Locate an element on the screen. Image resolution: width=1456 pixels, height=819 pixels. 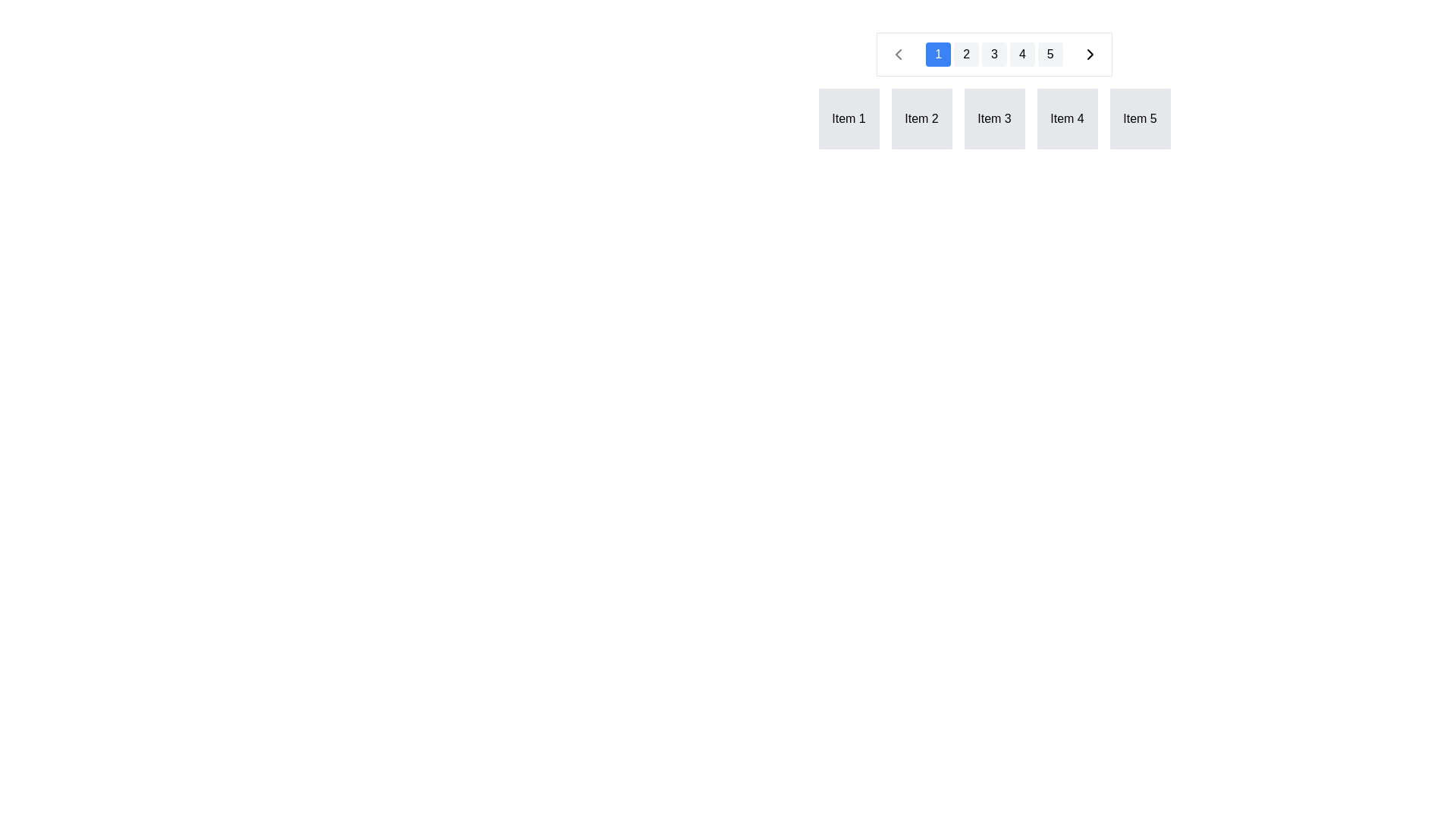
the third pagination button is located at coordinates (994, 54).